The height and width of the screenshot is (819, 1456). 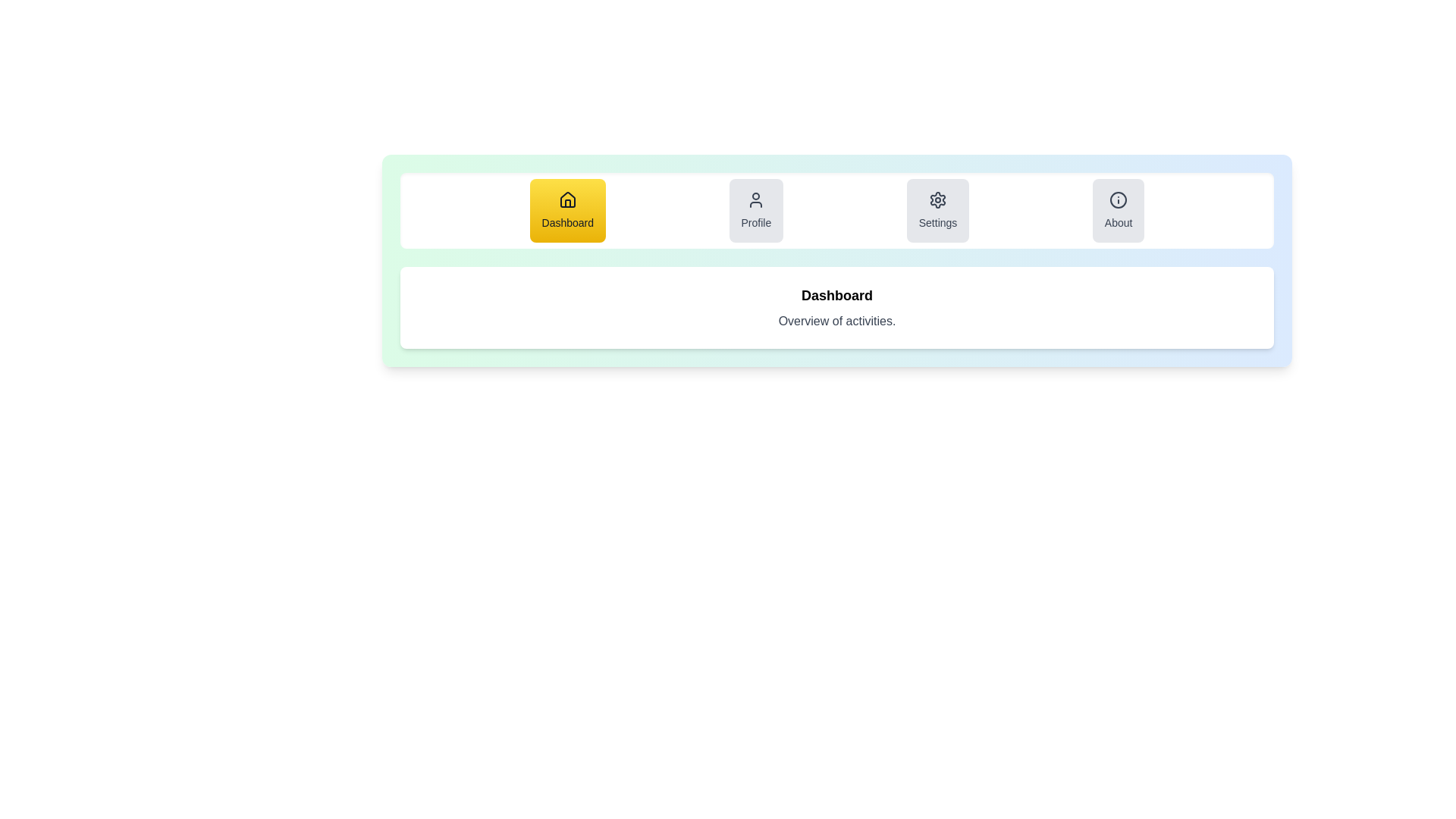 What do you see at coordinates (566, 210) in the screenshot?
I see `the Dashboard tab by clicking on its button` at bounding box center [566, 210].